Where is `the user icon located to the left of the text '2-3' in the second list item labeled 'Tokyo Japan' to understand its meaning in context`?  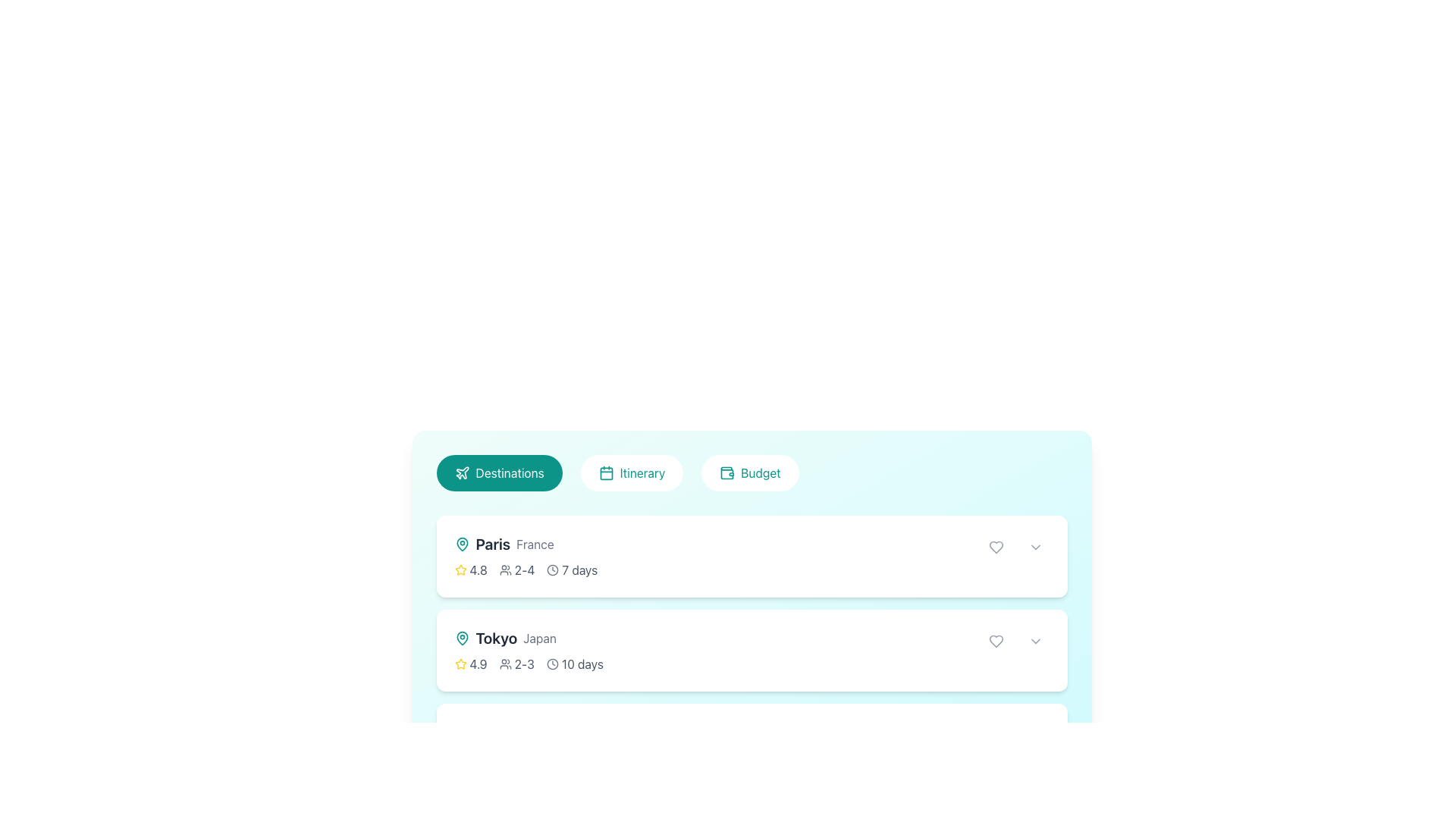
the user icon located to the left of the text '2-3' in the second list item labeled 'Tokyo Japan' to understand its meaning in context is located at coordinates (505, 663).